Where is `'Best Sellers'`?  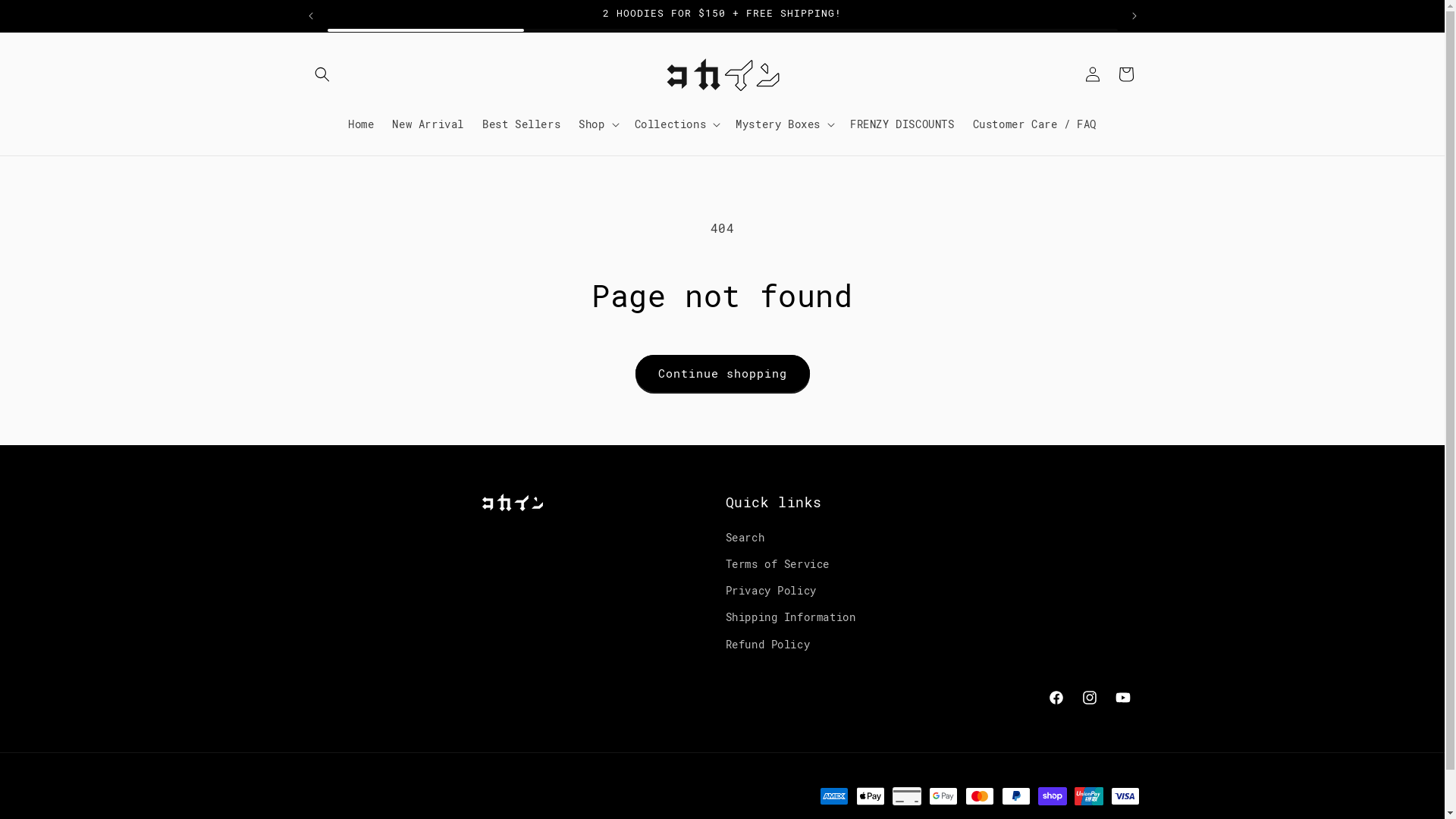 'Best Sellers' is located at coordinates (521, 122).